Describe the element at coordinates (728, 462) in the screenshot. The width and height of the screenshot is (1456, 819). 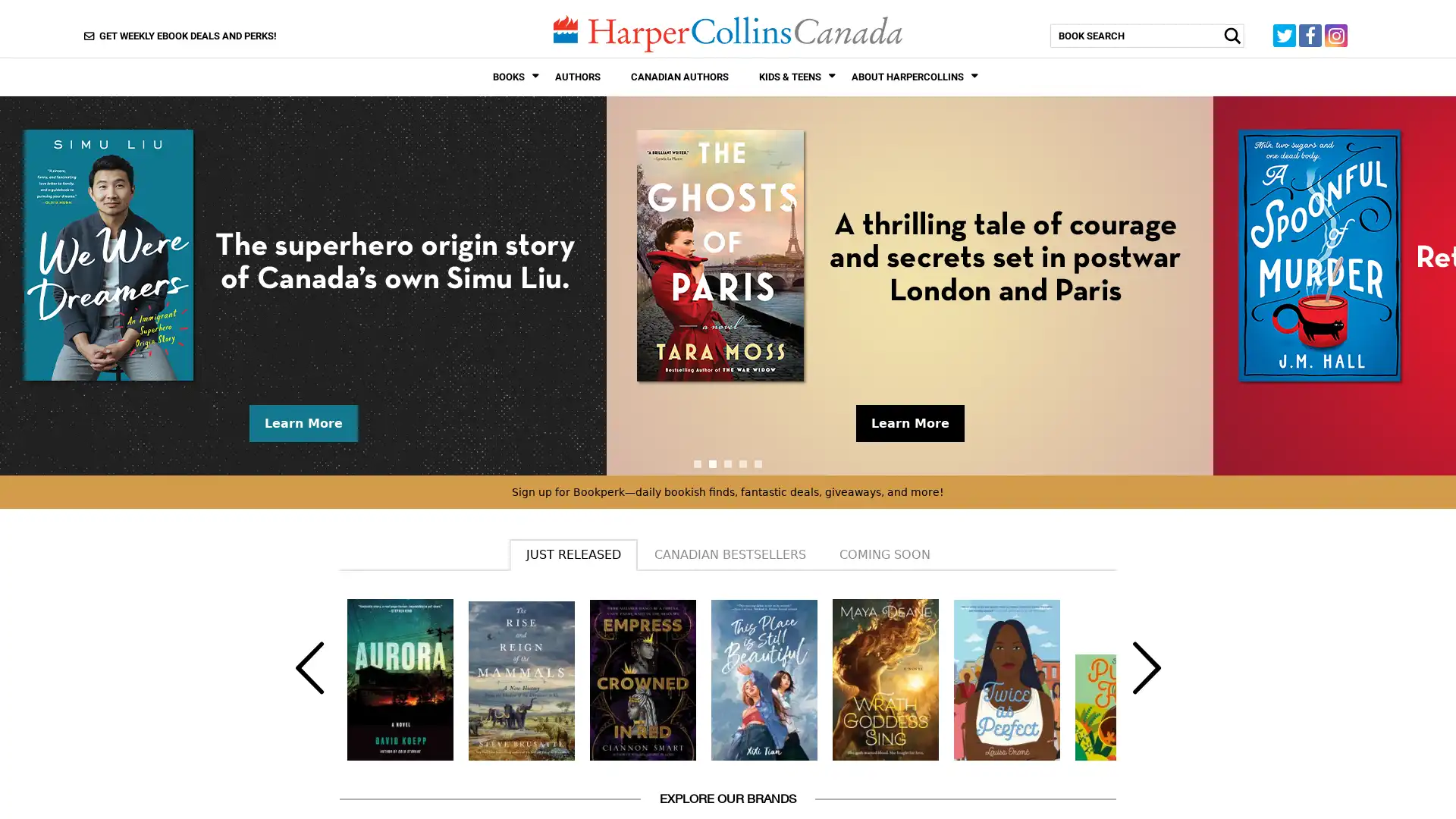
I see `3` at that location.